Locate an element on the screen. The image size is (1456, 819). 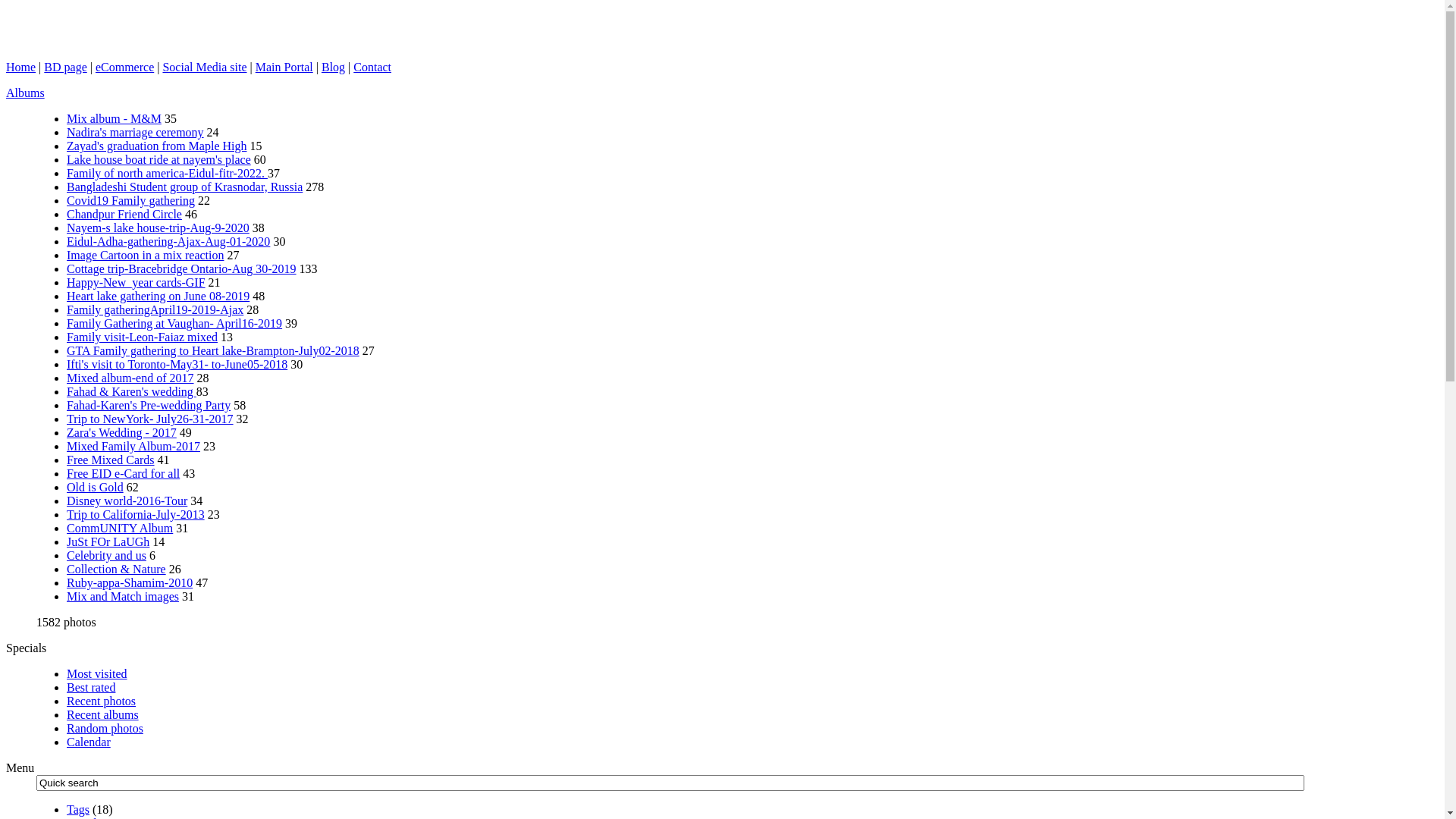
'Albums' is located at coordinates (25, 93).